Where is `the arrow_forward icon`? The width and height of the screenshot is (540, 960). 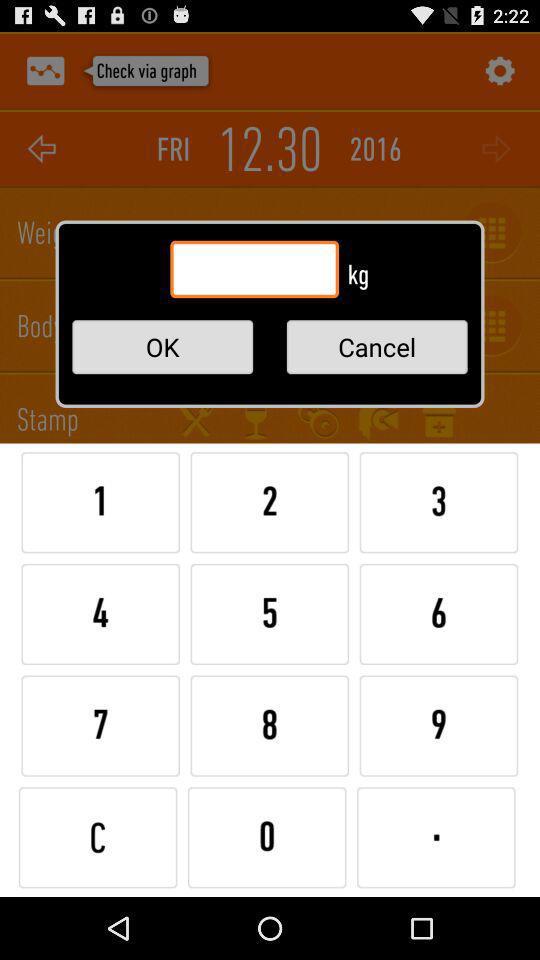
the arrow_forward icon is located at coordinates (497, 157).